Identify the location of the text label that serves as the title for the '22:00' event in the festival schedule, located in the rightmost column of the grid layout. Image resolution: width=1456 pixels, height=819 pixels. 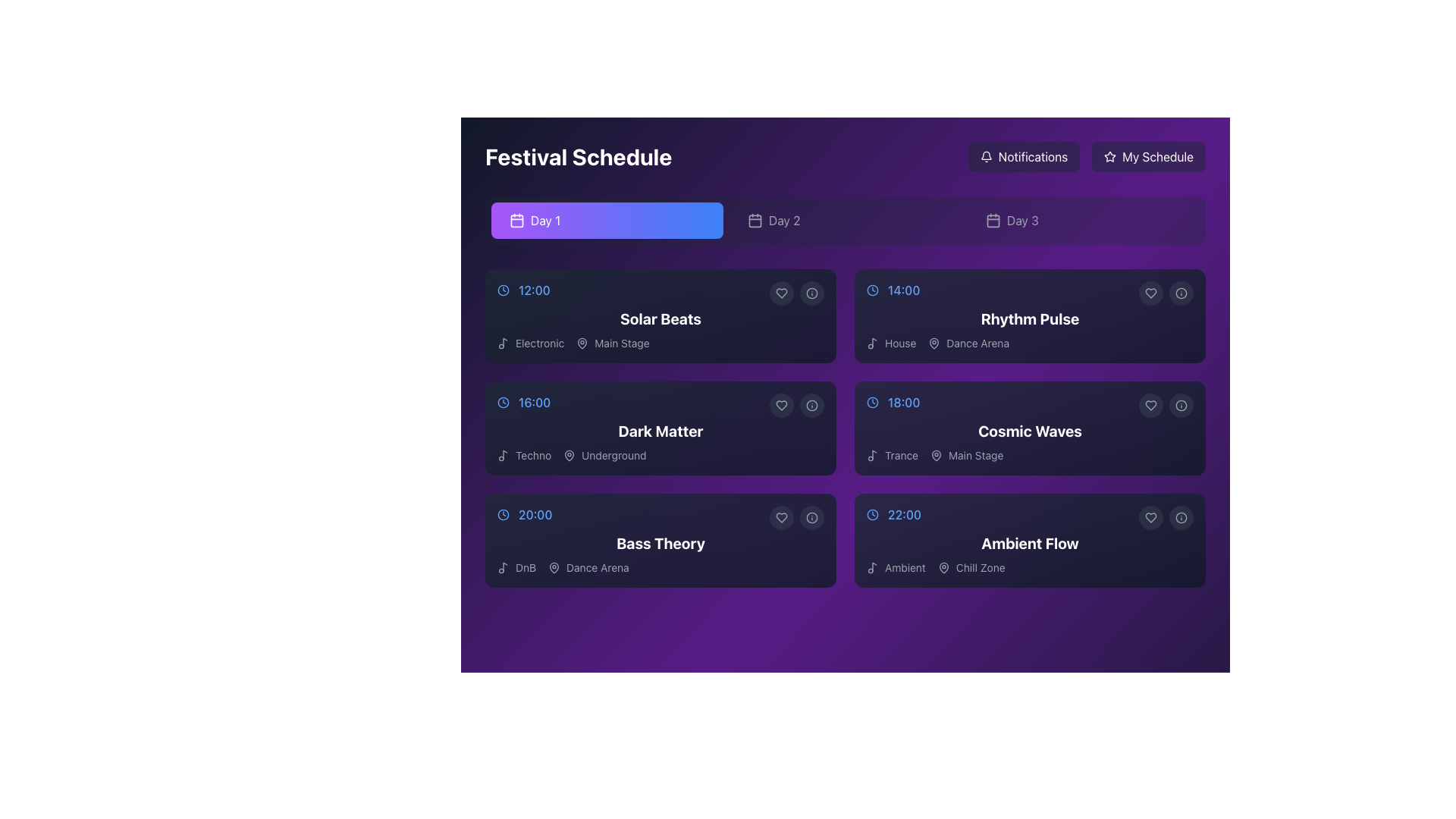
(1030, 543).